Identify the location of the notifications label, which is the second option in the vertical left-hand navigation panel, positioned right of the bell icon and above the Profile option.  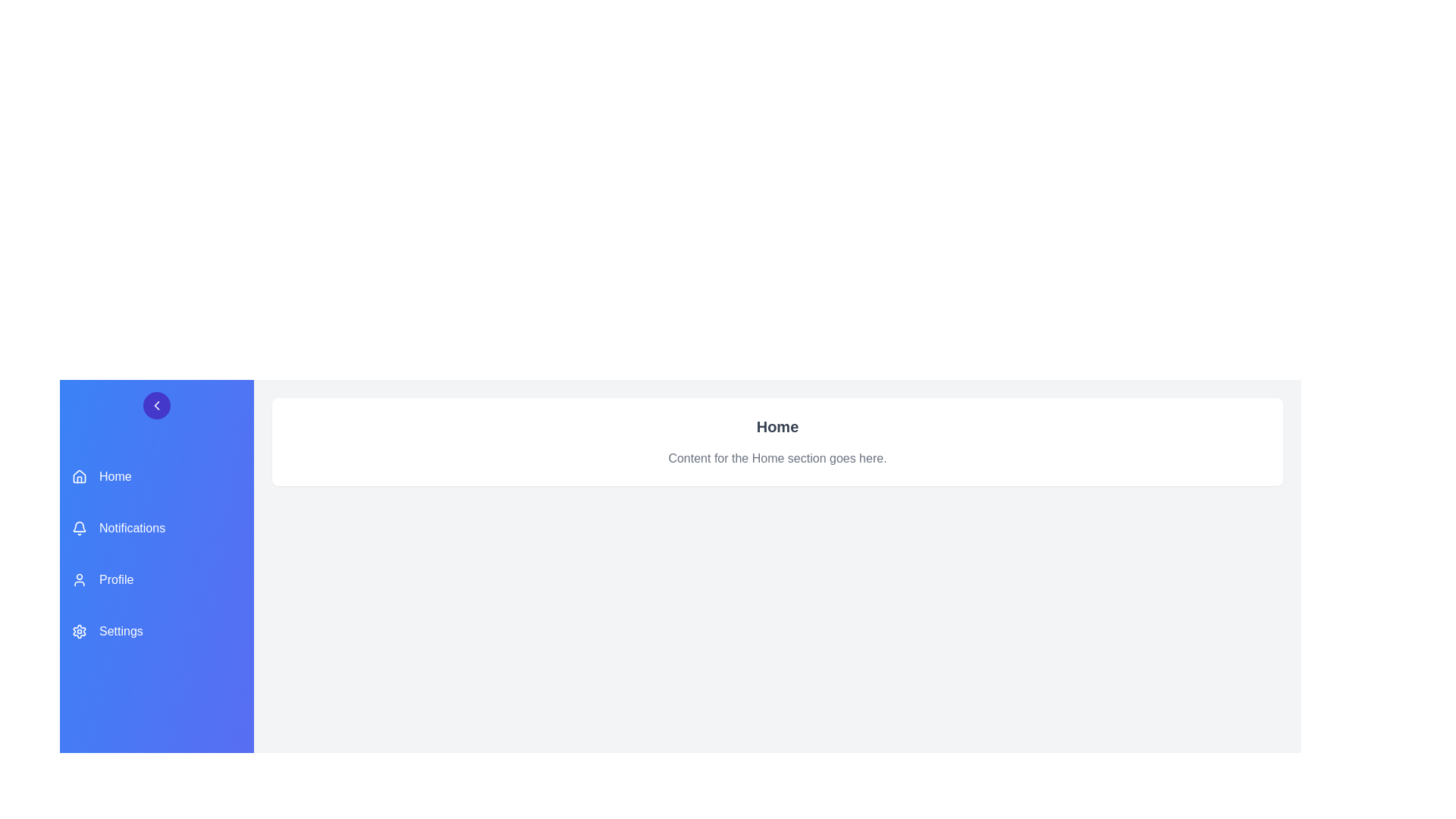
(132, 528).